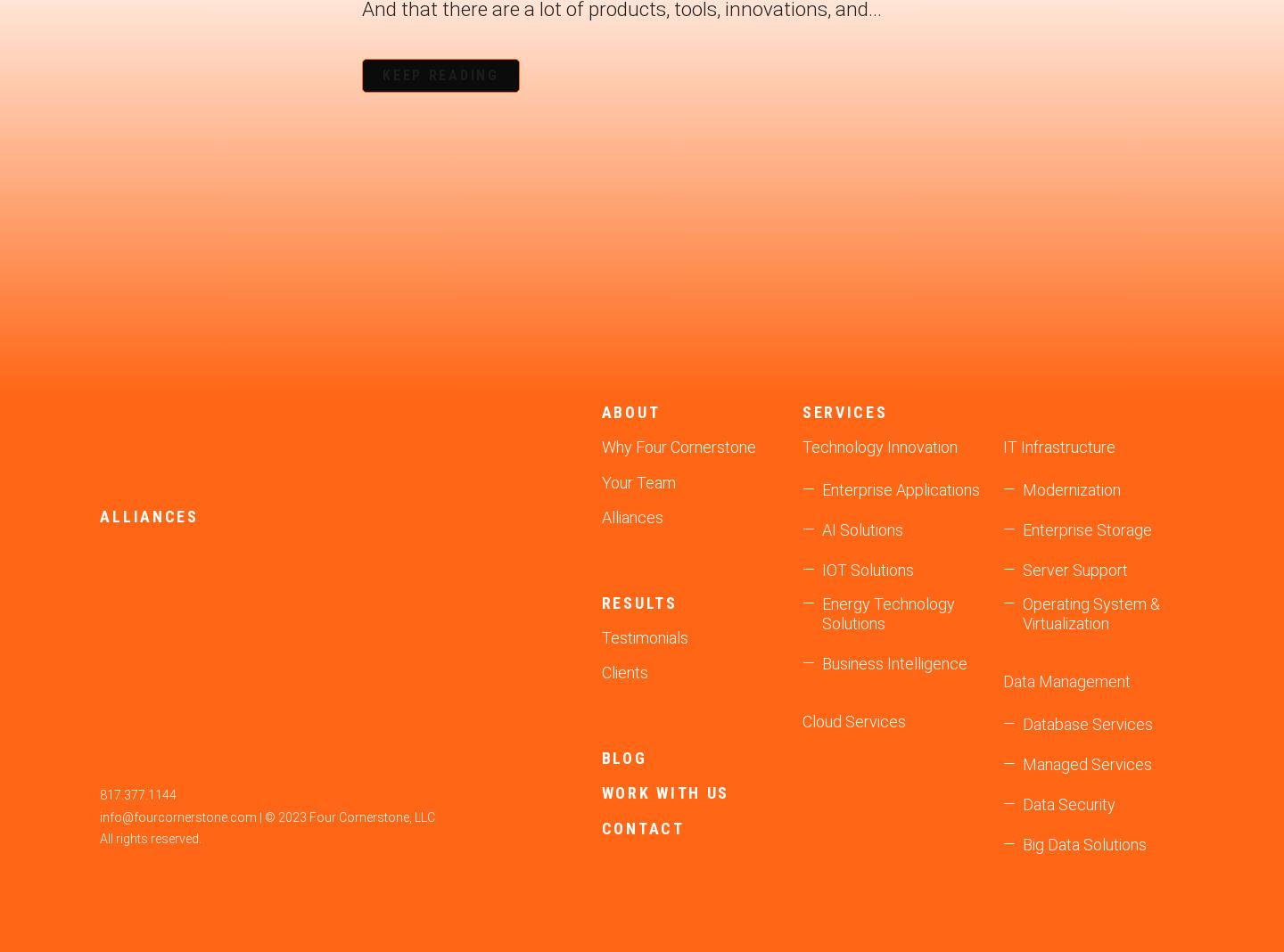  I want to click on 'Enterprise Applications', so click(900, 488).